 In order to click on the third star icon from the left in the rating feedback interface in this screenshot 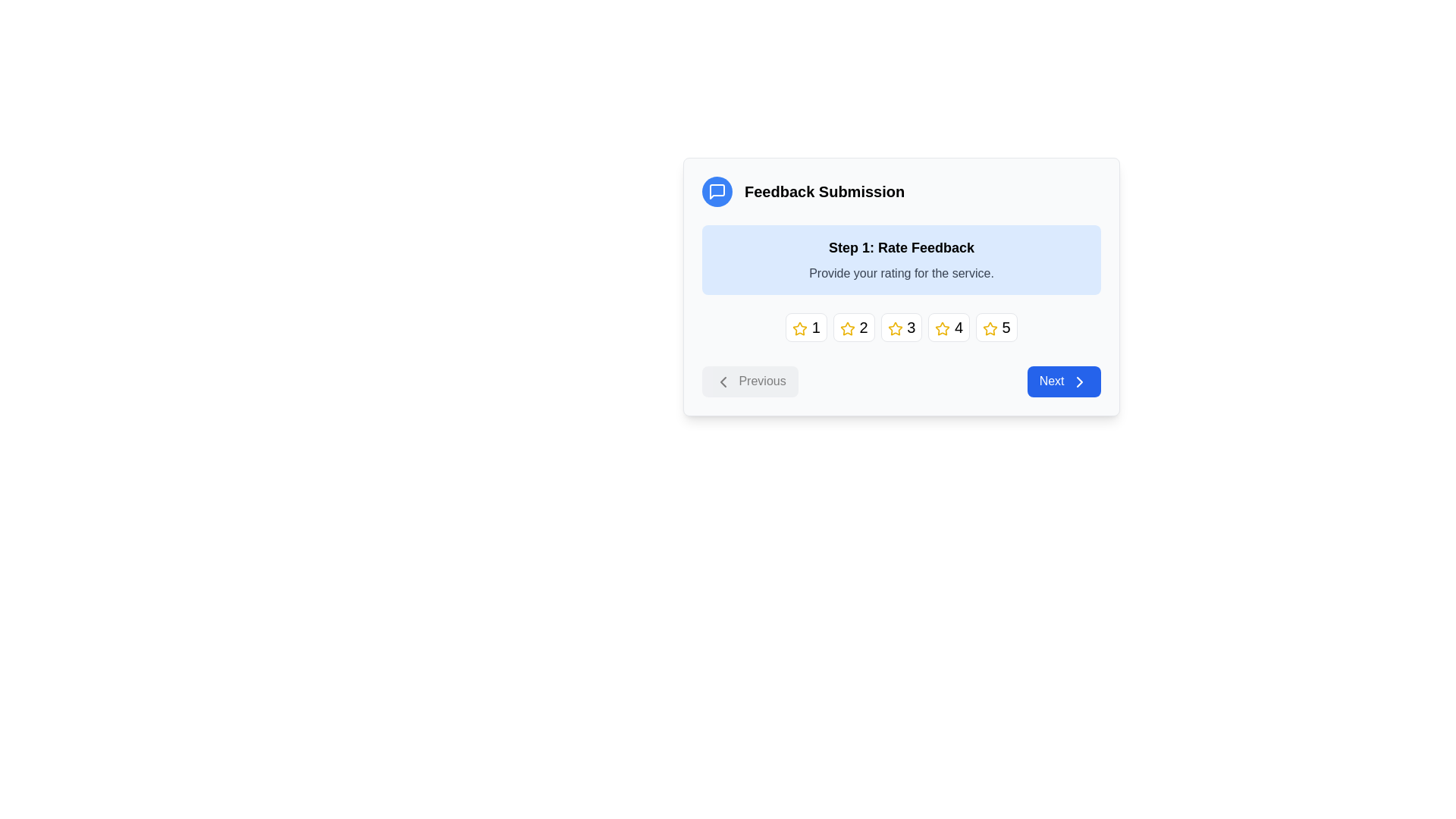, I will do `click(895, 327)`.